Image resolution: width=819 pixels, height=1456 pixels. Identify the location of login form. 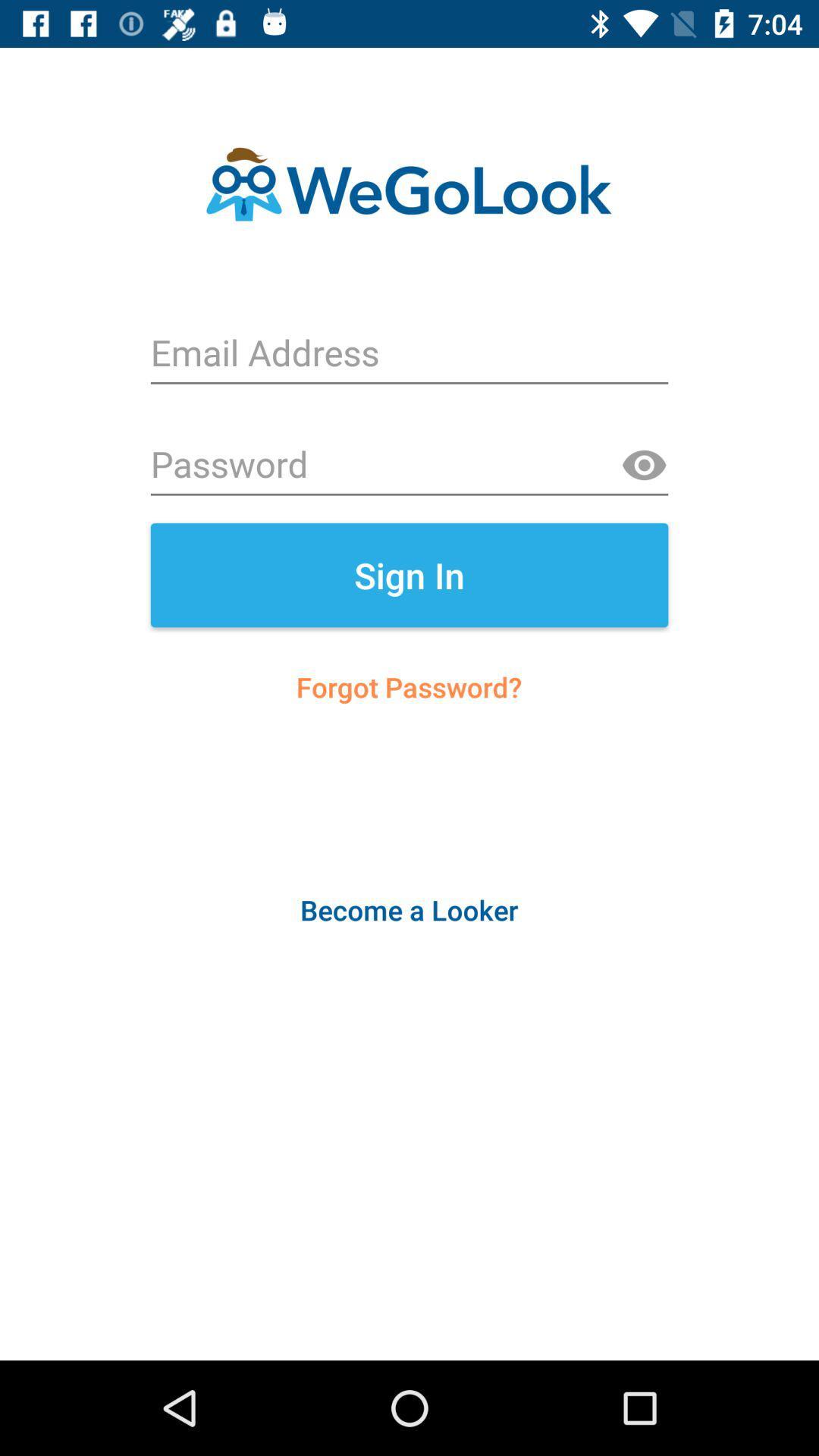
(409, 353).